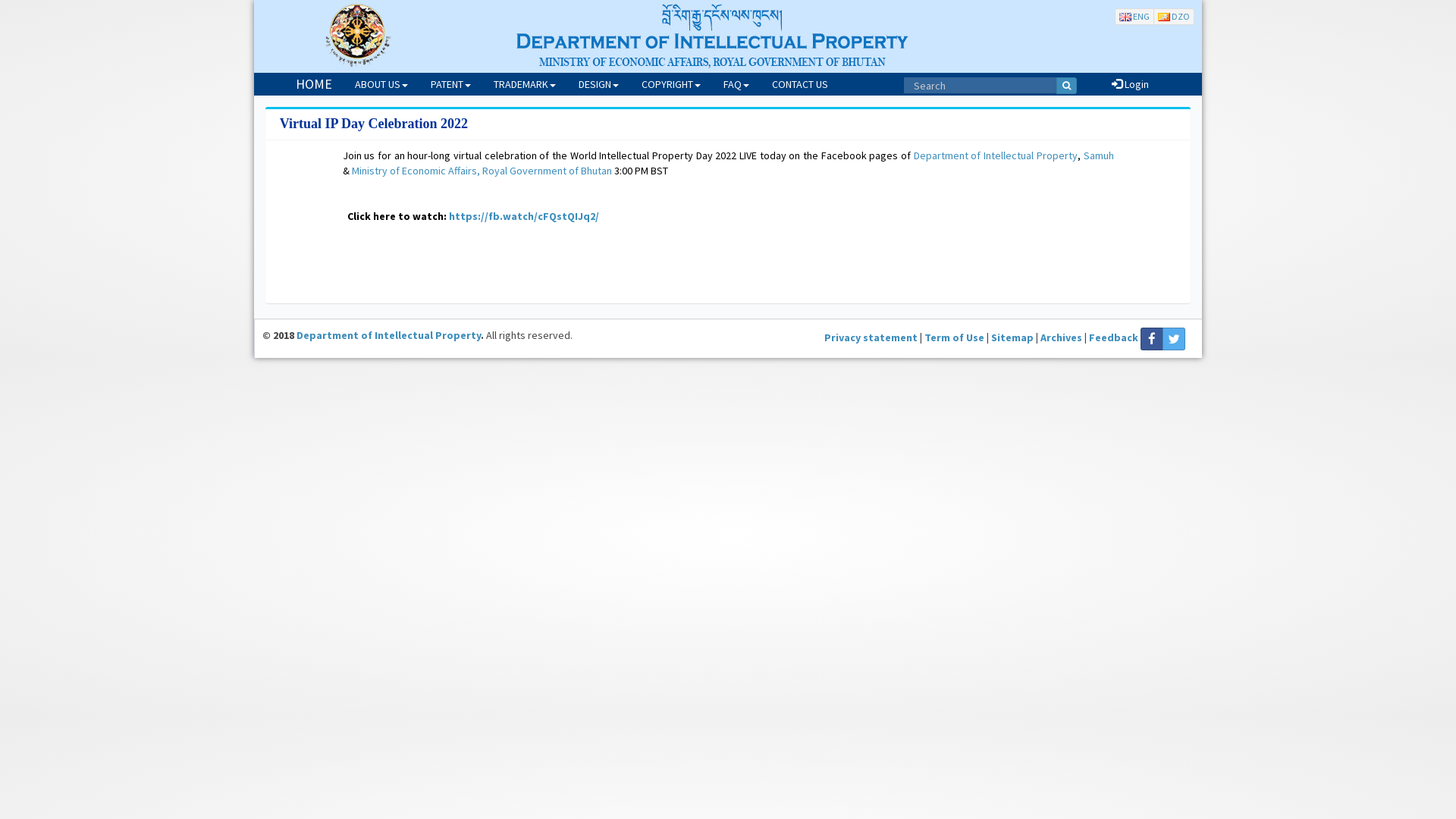 Image resolution: width=1456 pixels, height=819 pixels. Describe the element at coordinates (1099, 155) in the screenshot. I see `'Samuh'` at that location.